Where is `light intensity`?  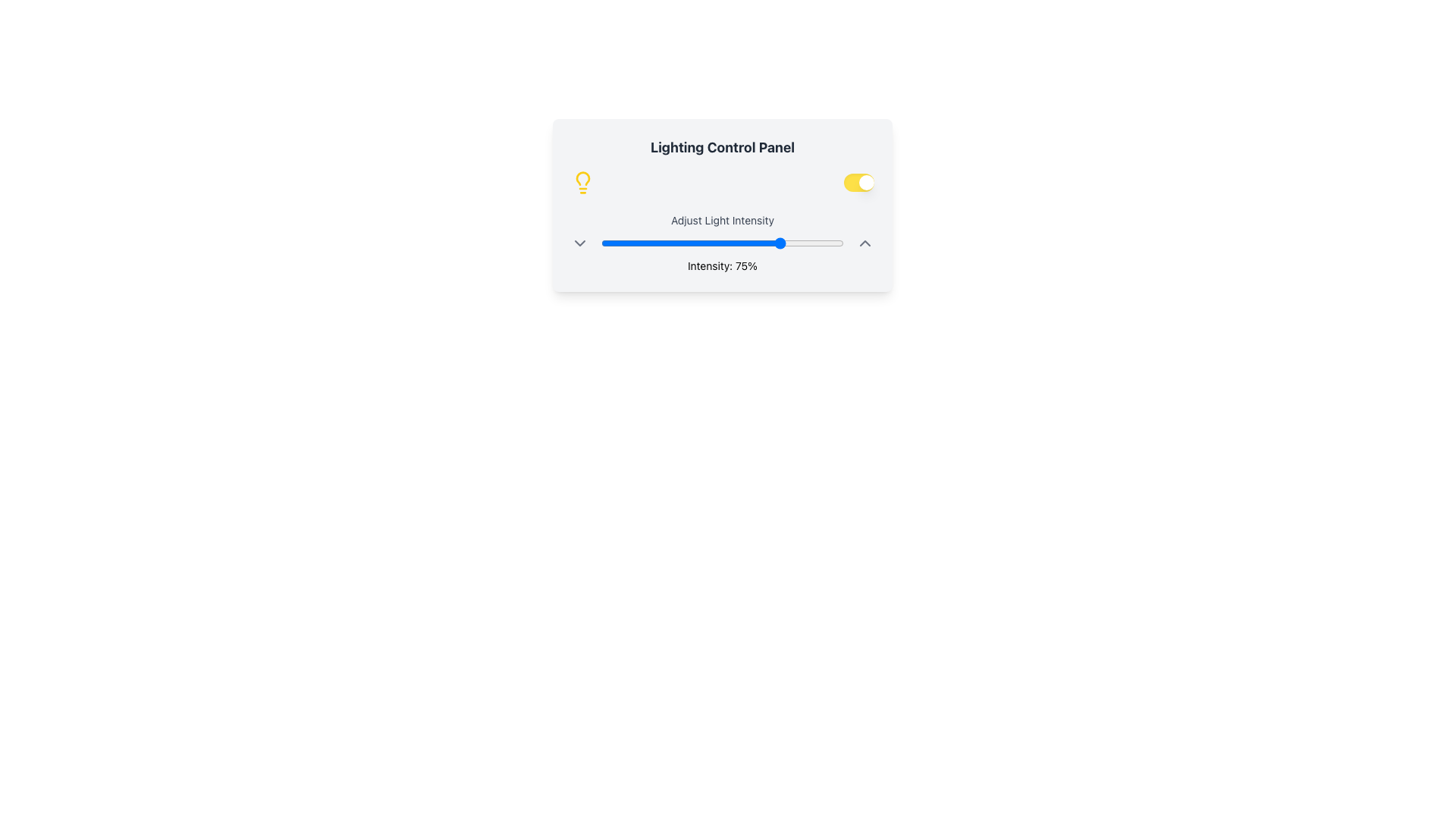 light intensity is located at coordinates (667, 242).